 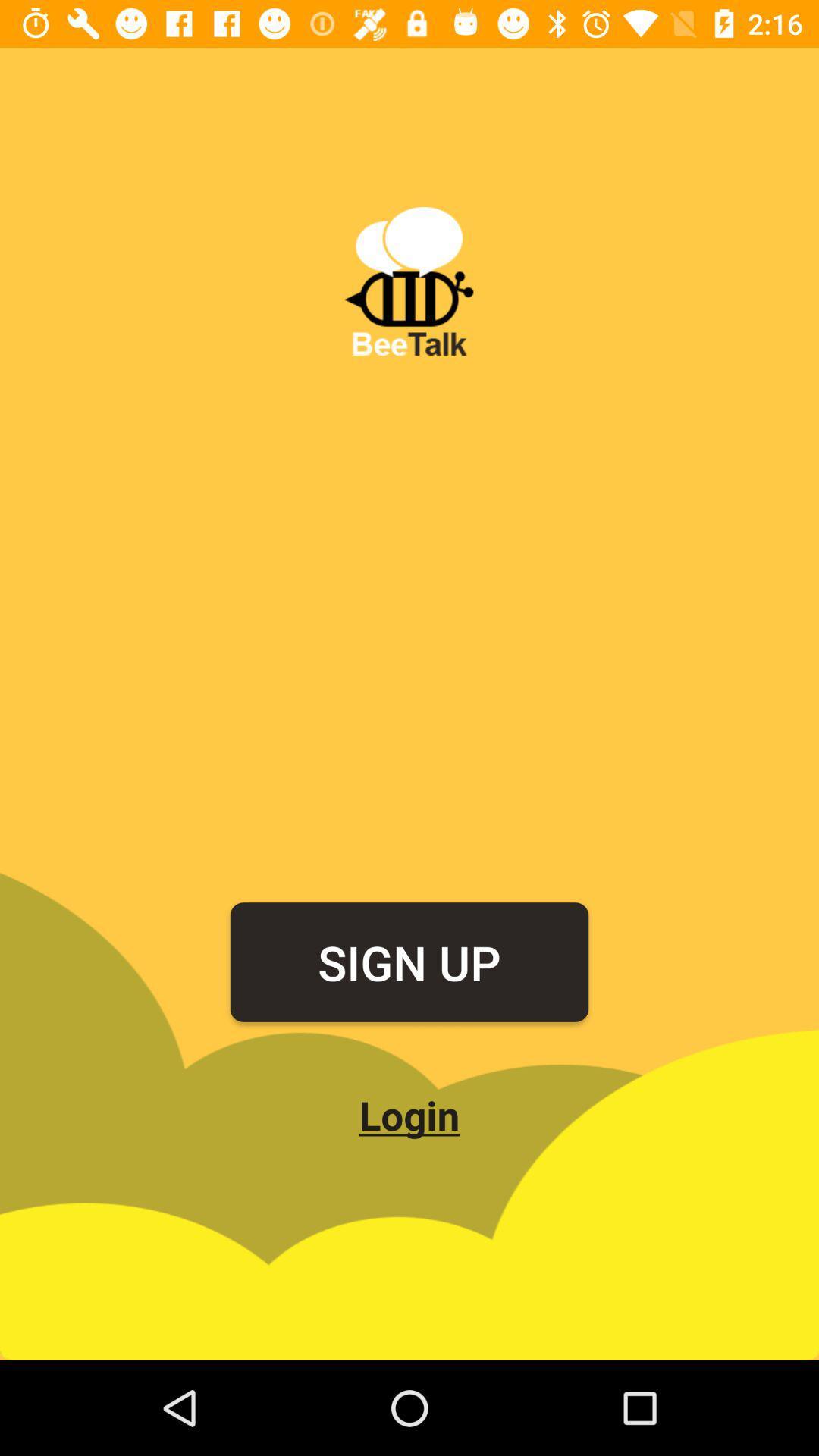 What do you see at coordinates (409, 1115) in the screenshot?
I see `the icon below the sign up icon` at bounding box center [409, 1115].